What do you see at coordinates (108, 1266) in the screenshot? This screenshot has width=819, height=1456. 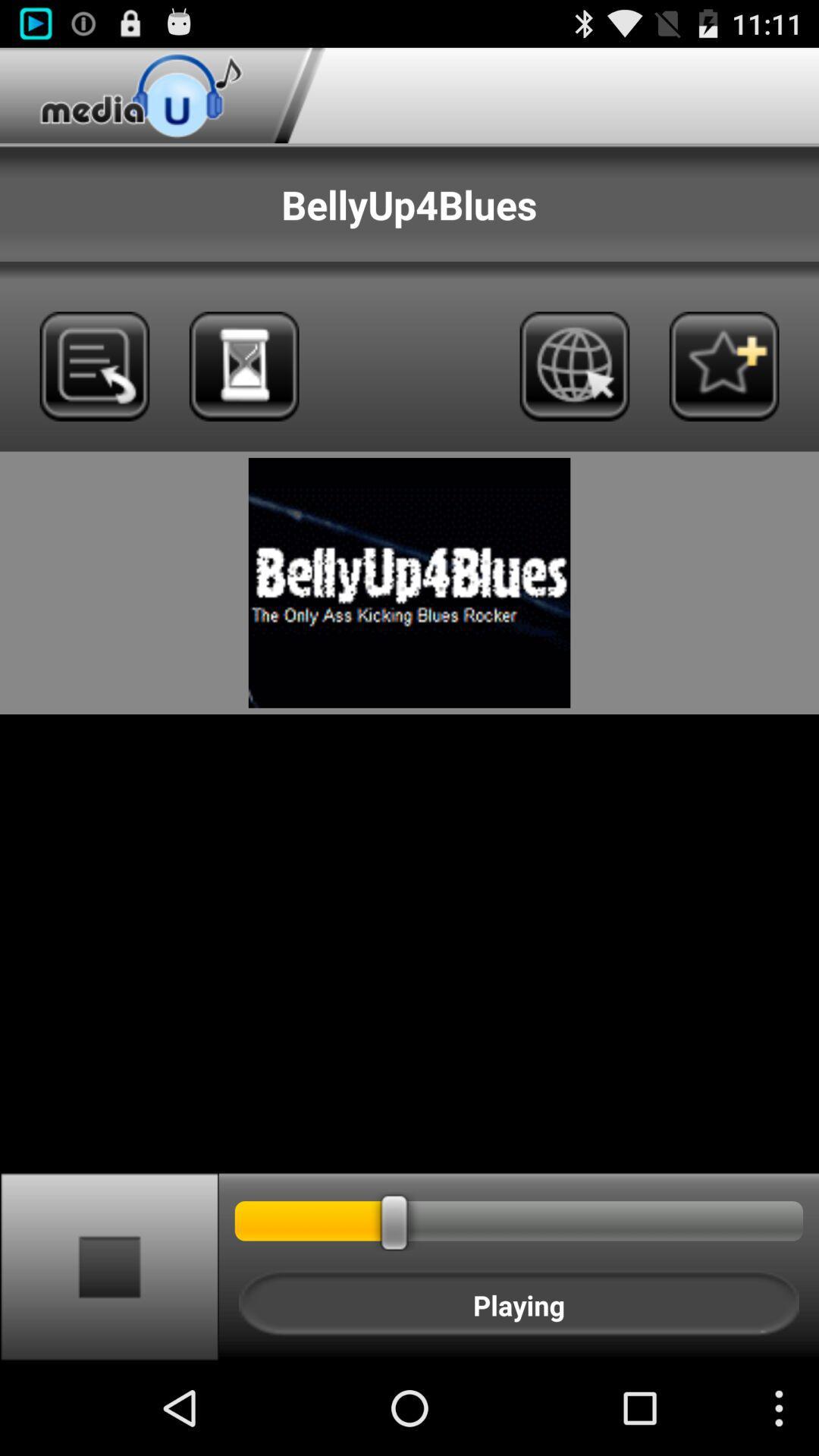 I see `stop switch` at bounding box center [108, 1266].